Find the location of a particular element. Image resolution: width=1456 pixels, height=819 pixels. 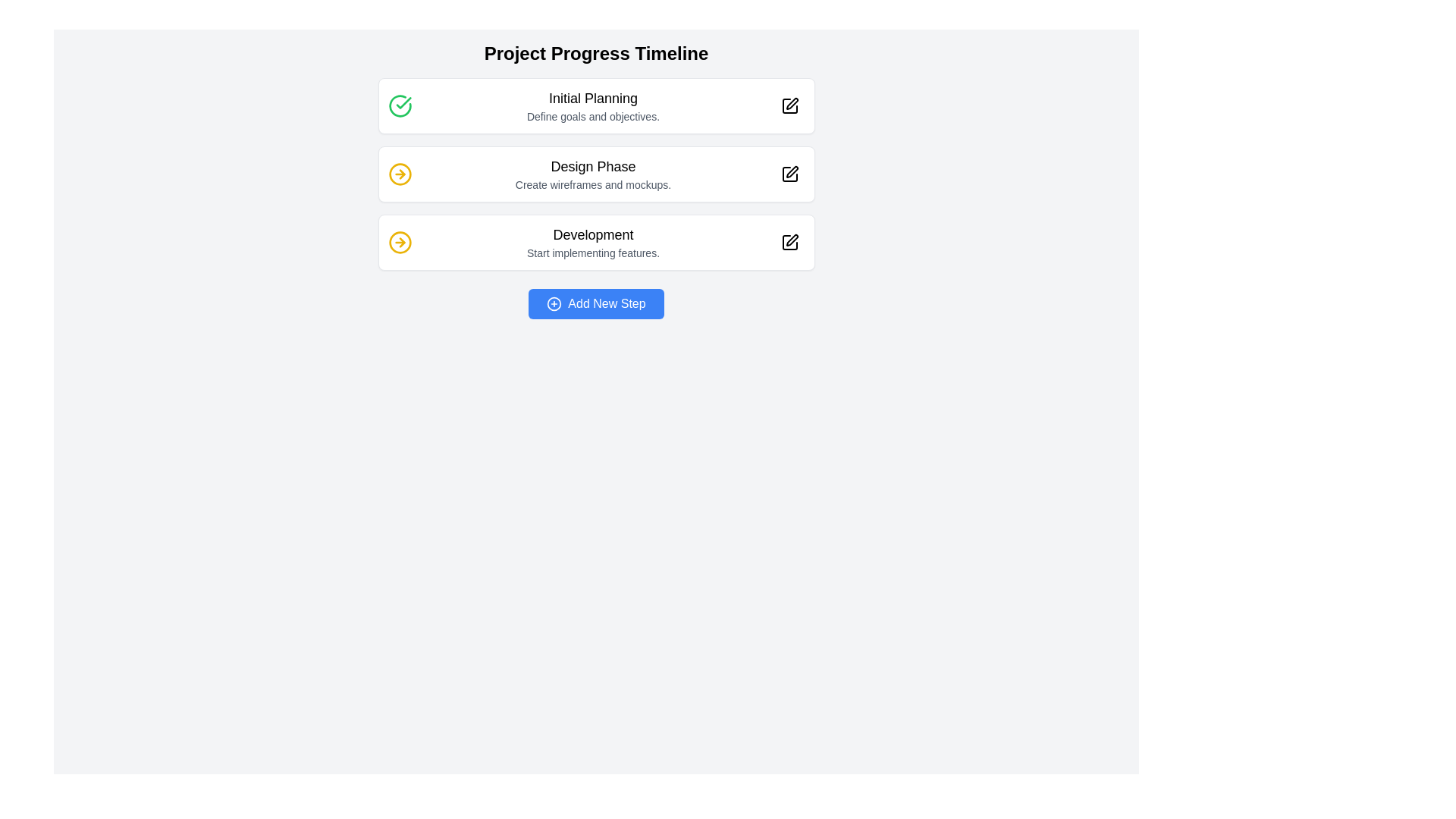

the edit icon button resembling a pencil located to the right of the text 'Design Phase Create wireframes and mockups' in the third card of the vertical stack is located at coordinates (789, 174).